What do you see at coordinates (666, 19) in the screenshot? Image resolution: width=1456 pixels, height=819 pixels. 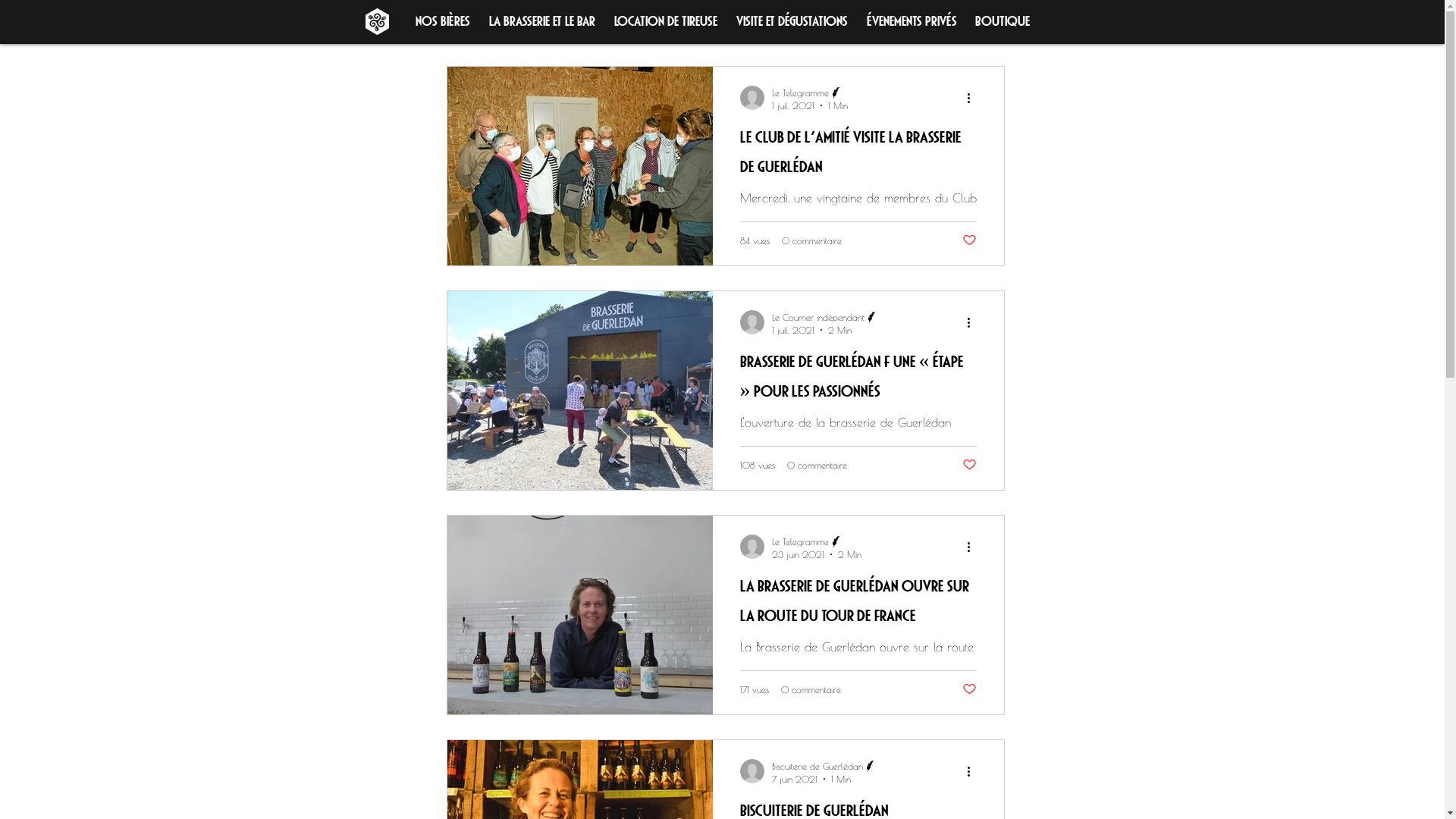 I see `'Location de tireuse'` at bounding box center [666, 19].